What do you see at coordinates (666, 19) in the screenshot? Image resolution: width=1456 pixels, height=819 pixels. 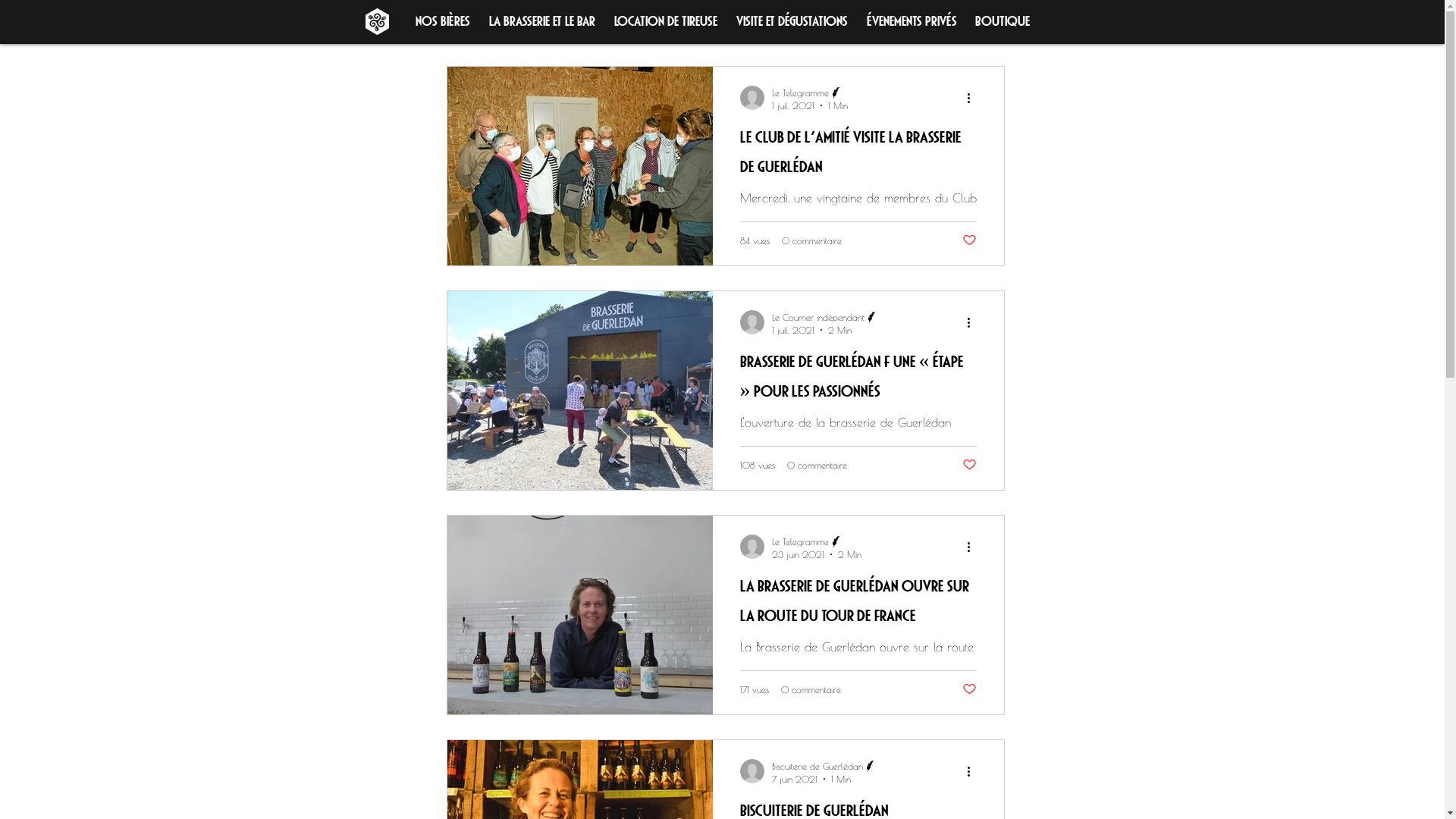 I see `'Location de tireuse'` at bounding box center [666, 19].